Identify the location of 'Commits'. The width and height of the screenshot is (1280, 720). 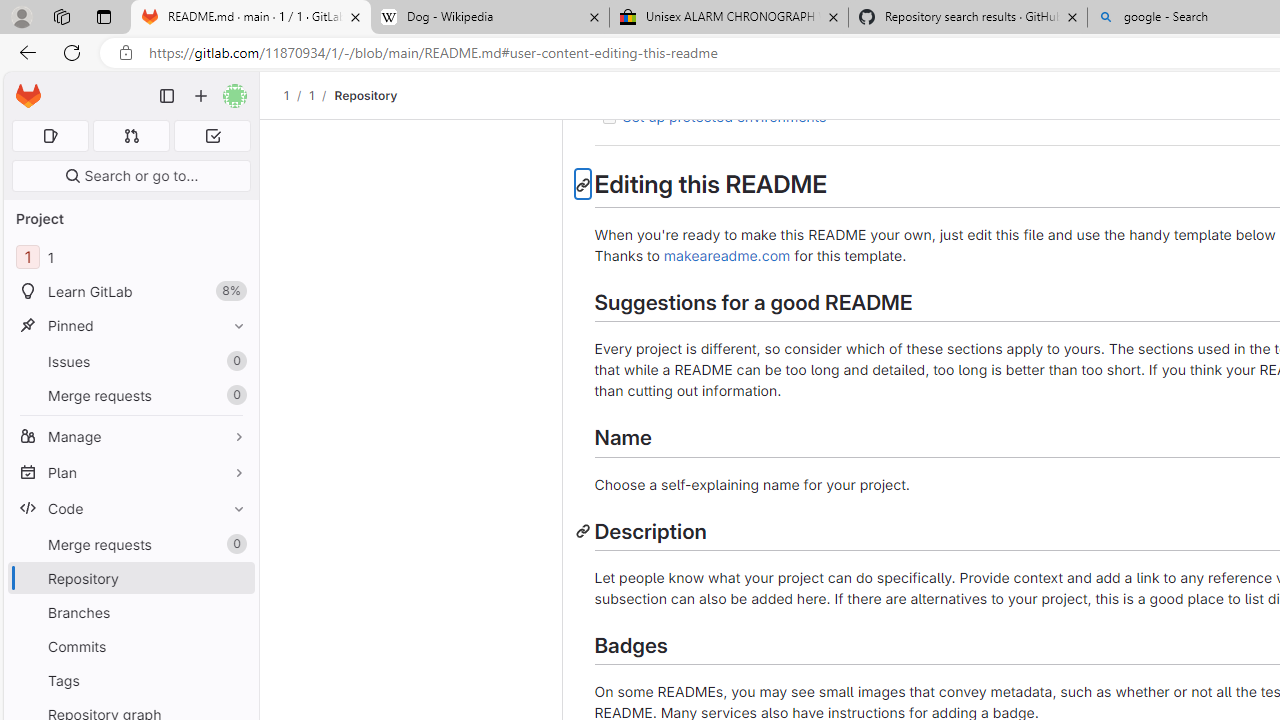
(130, 646).